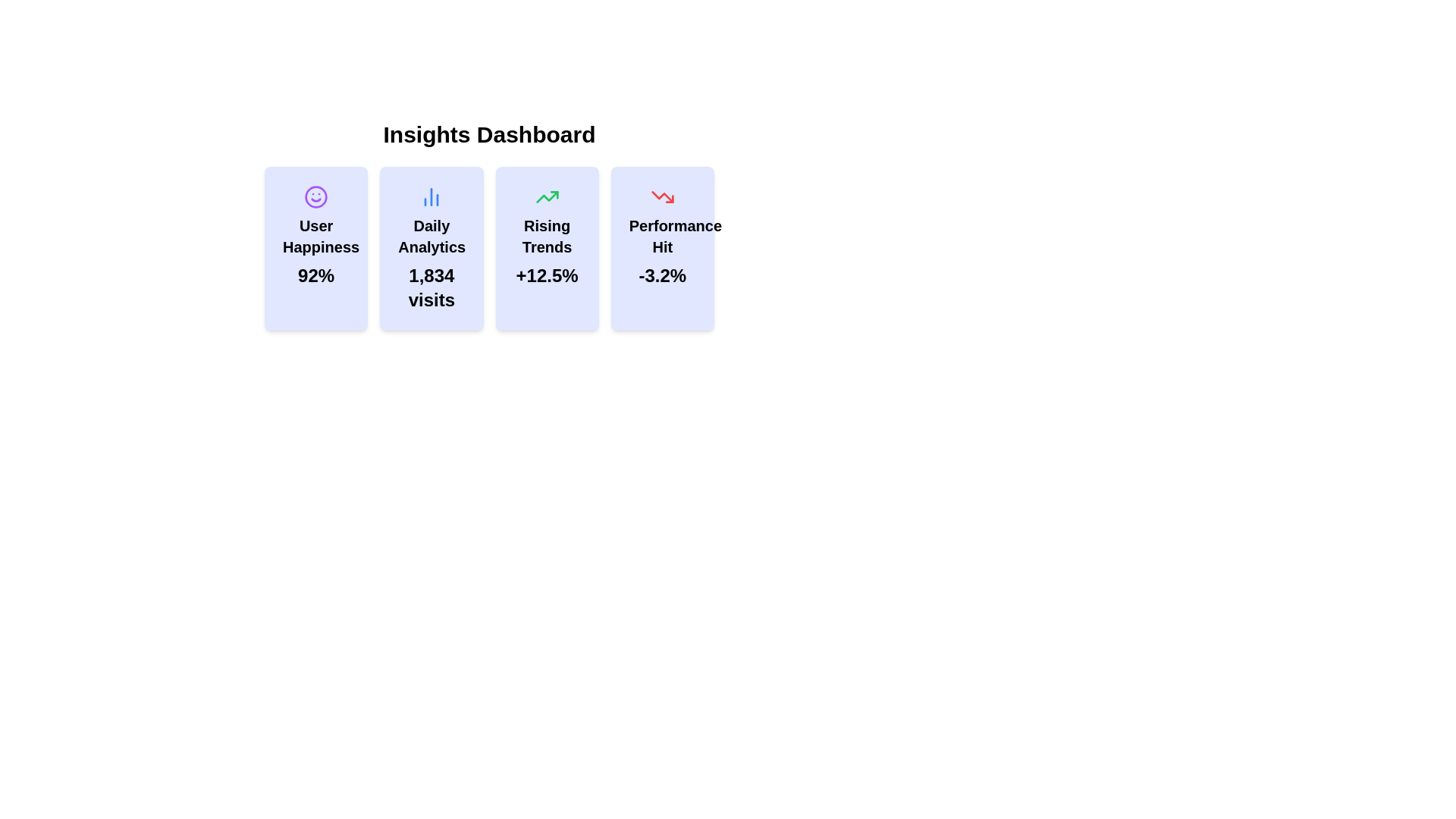 The height and width of the screenshot is (819, 1456). What do you see at coordinates (662, 196) in the screenshot?
I see `the downward trend indicator icon within the 'Performance Hit' card, which is the fourth card from the left in the 'Insights Dashboard'` at bounding box center [662, 196].